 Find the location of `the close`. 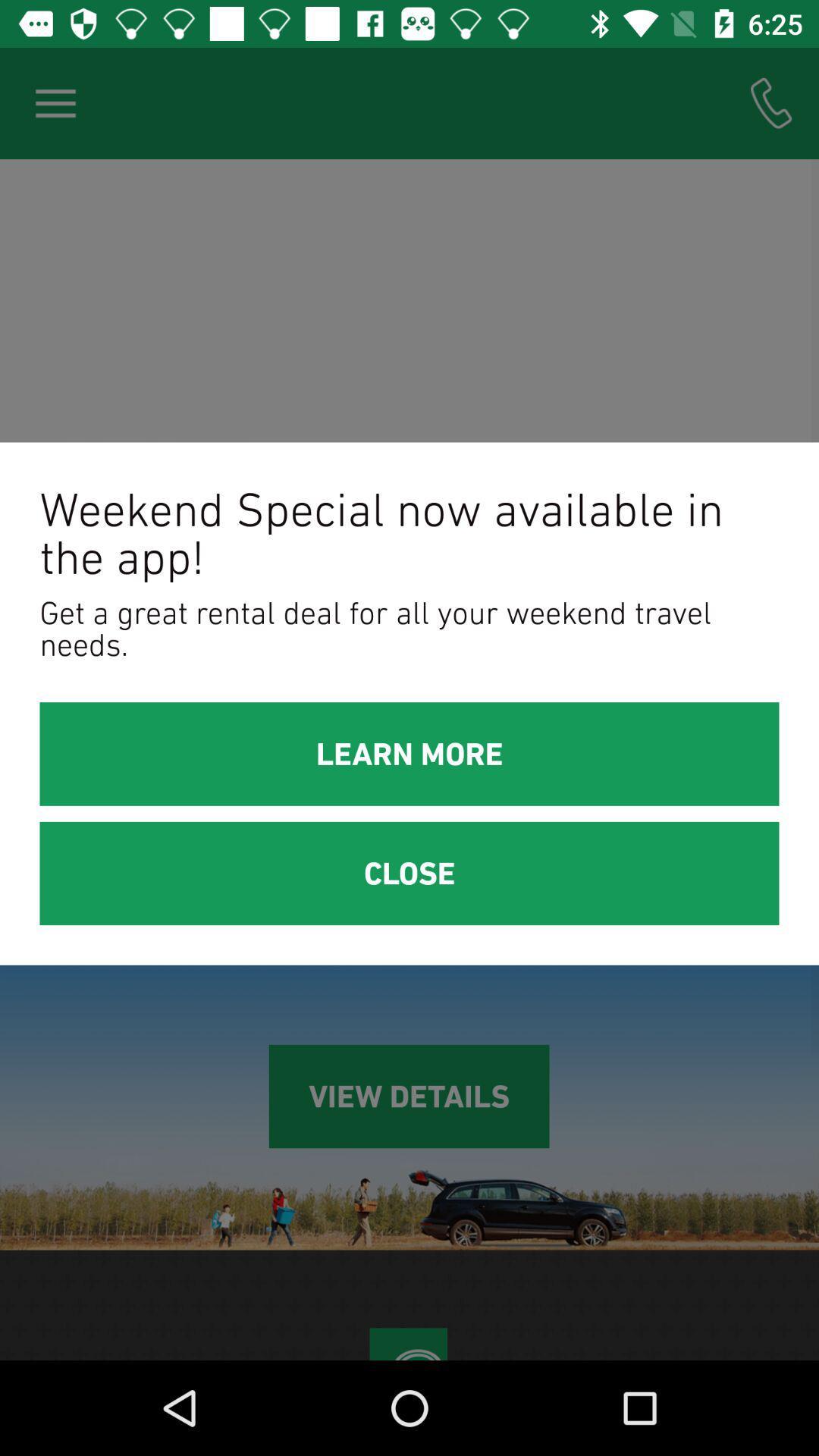

the close is located at coordinates (409, 874).